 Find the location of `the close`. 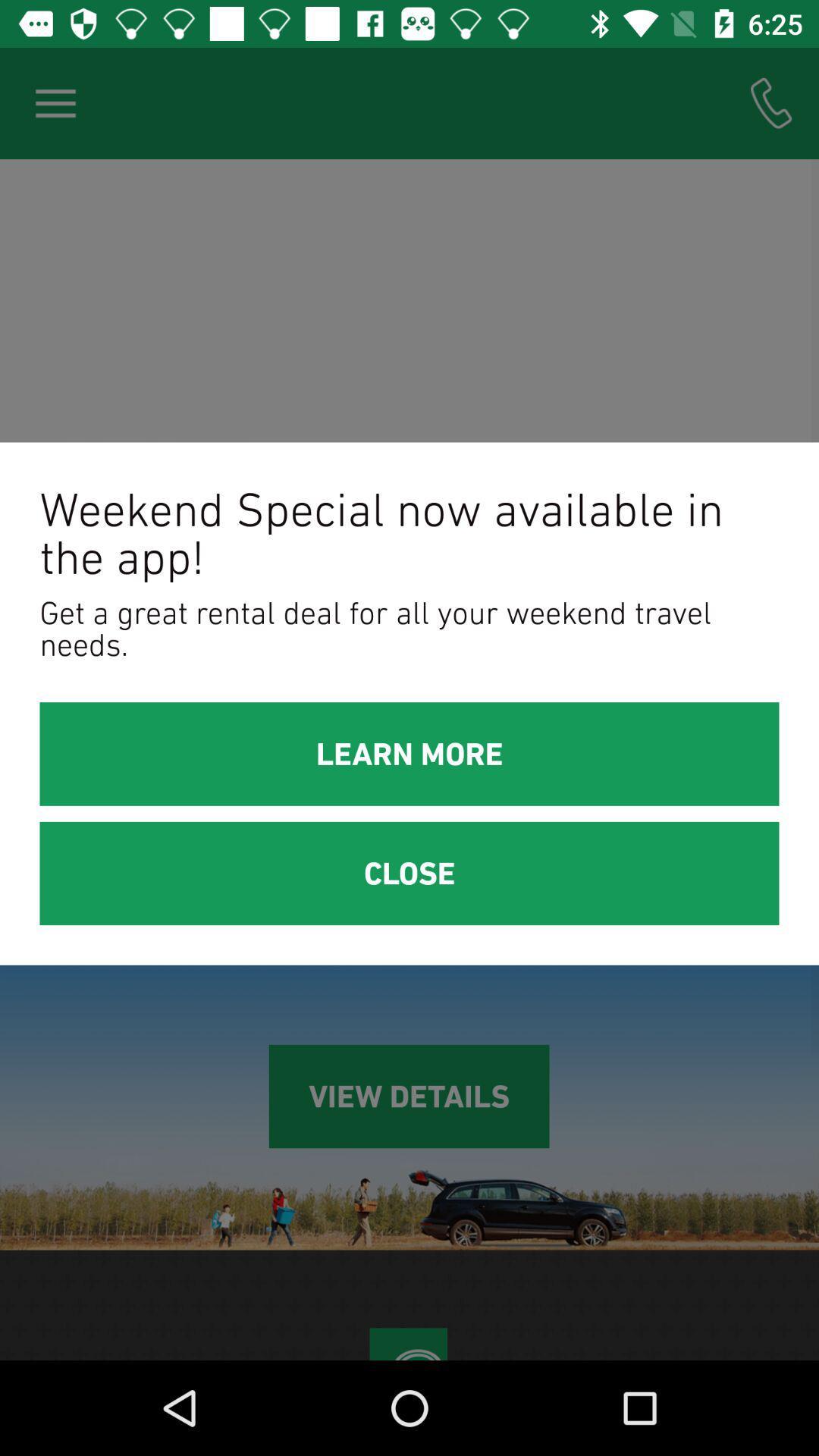

the close is located at coordinates (409, 874).